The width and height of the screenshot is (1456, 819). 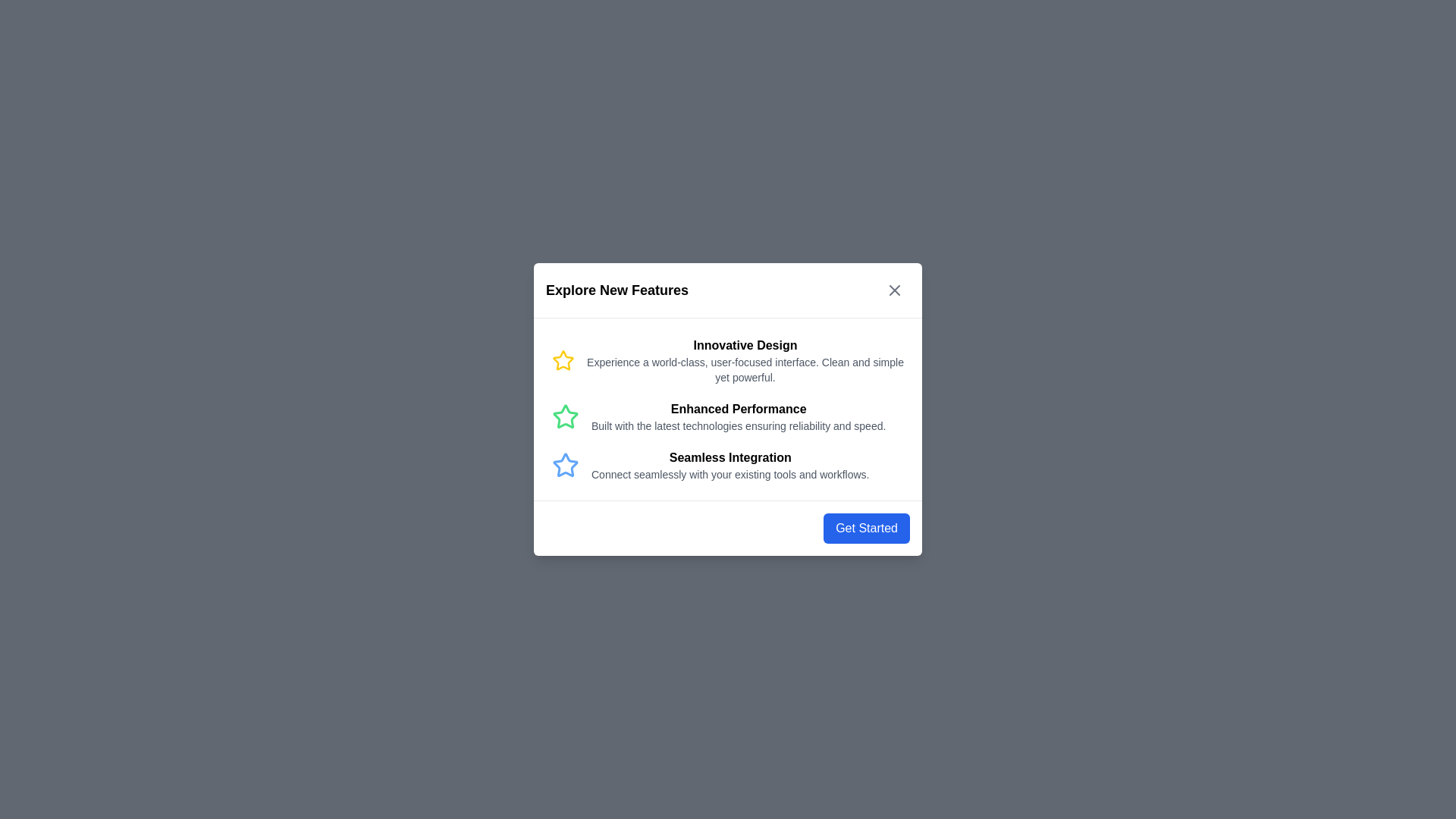 I want to click on the Feature highlight section located in the dialog titled 'Explore New Features', positioned between the close button and the 'Get Started' button, so click(x=728, y=409).